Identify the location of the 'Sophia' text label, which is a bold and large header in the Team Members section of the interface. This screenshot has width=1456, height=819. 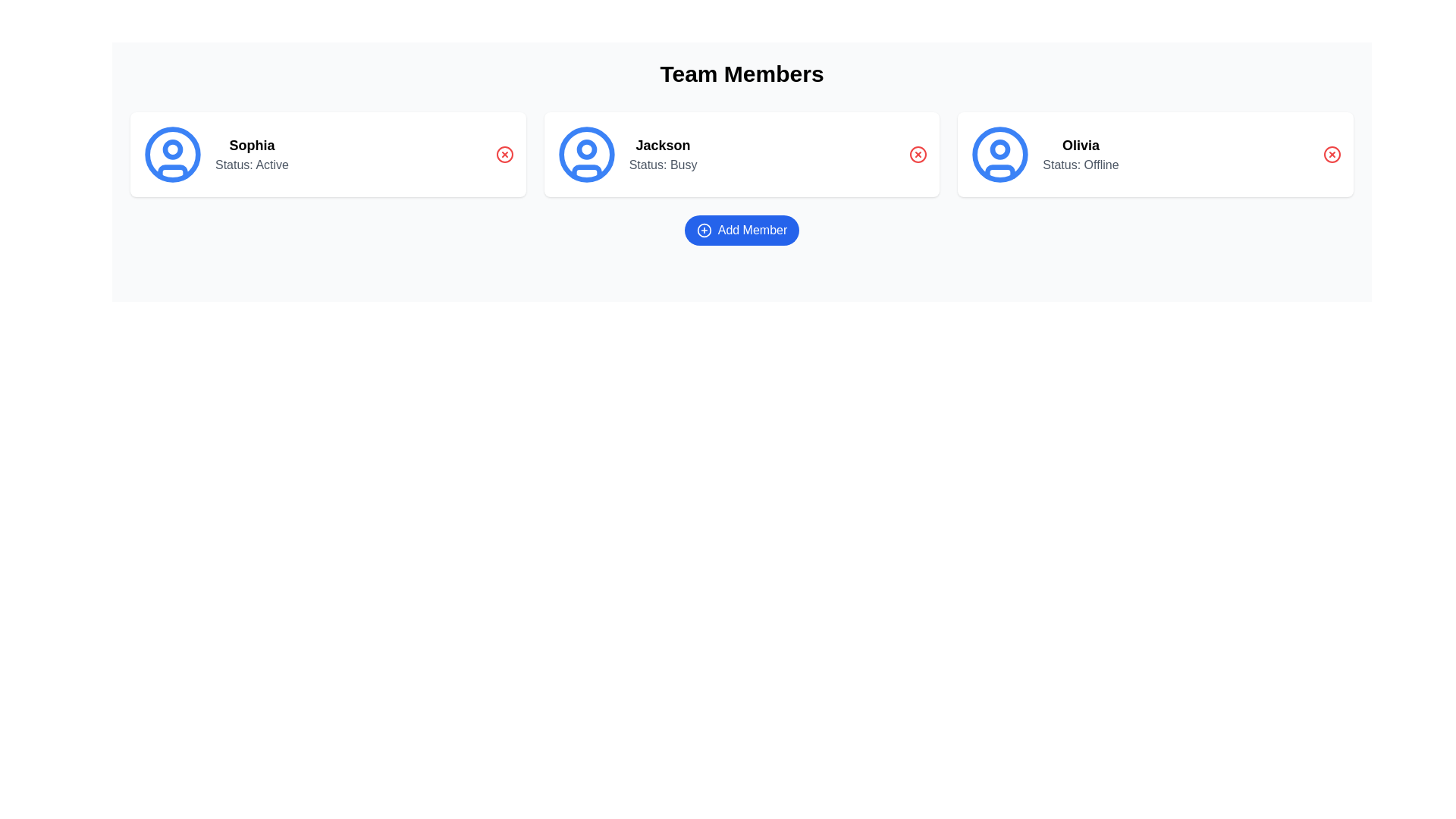
(252, 146).